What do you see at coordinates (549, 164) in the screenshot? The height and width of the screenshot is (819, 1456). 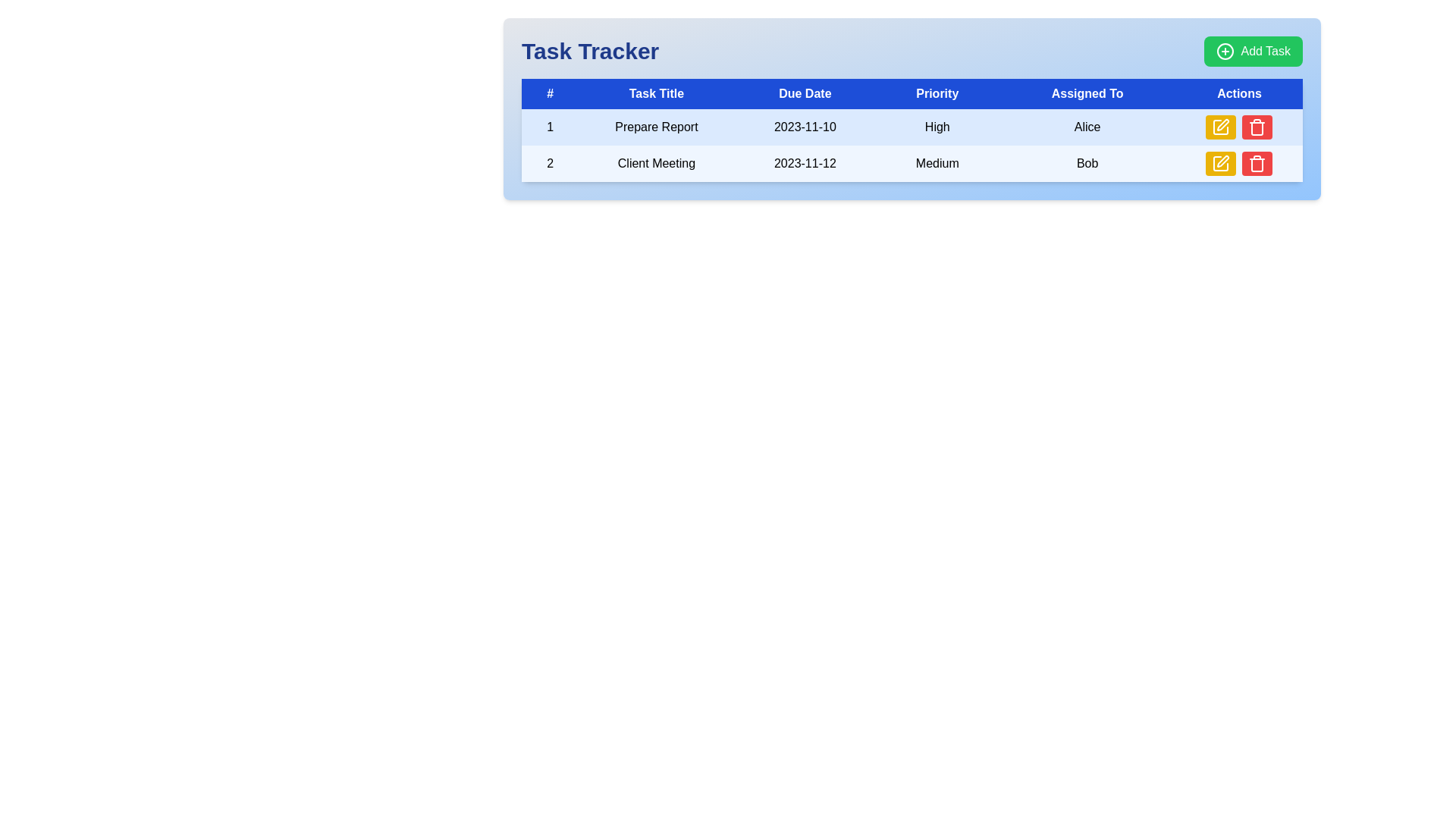 I see `number '2' displayed in the leftmost cell of the second row in the data table for the task 'Client Meeting'` at bounding box center [549, 164].